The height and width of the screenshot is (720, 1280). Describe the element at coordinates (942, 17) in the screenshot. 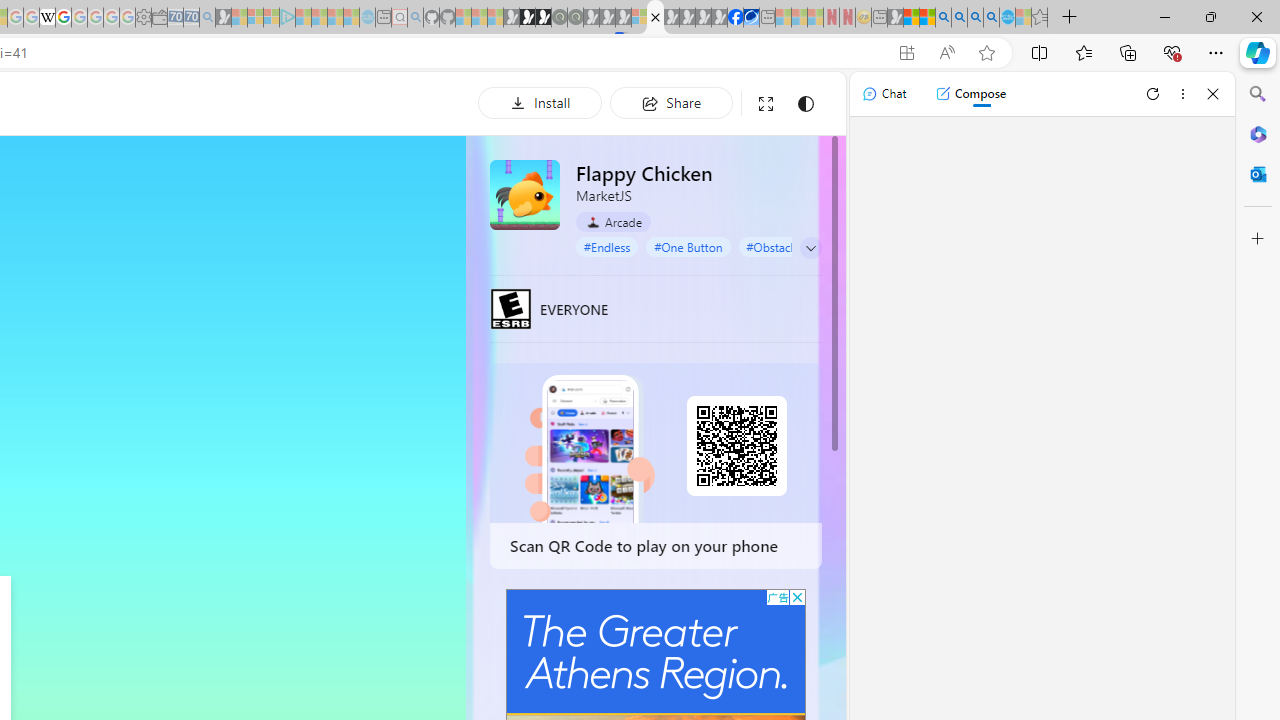

I see `'Bing AI - Search'` at that location.